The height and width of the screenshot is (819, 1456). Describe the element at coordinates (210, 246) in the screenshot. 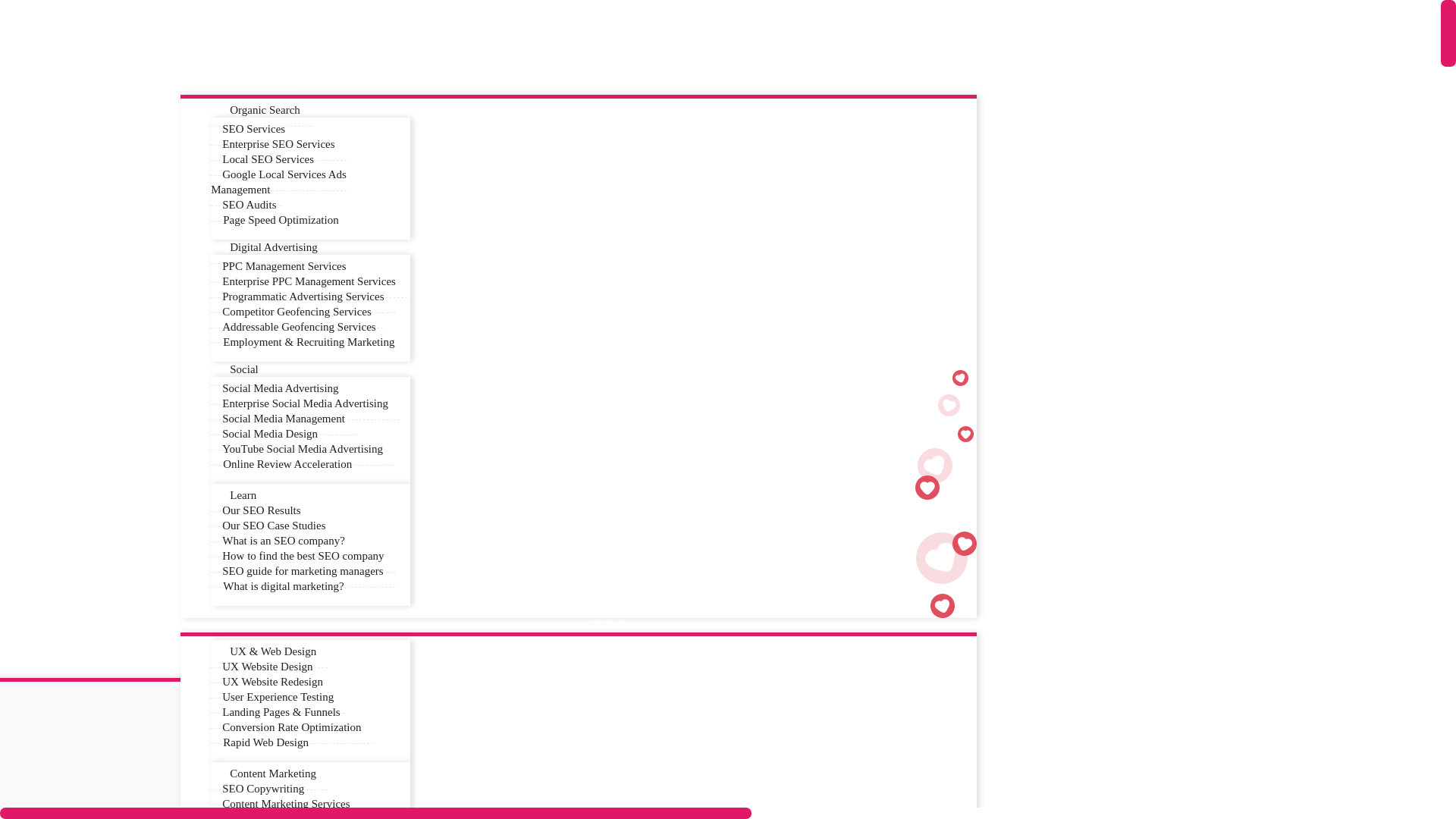

I see `'Digital Advertising'` at that location.